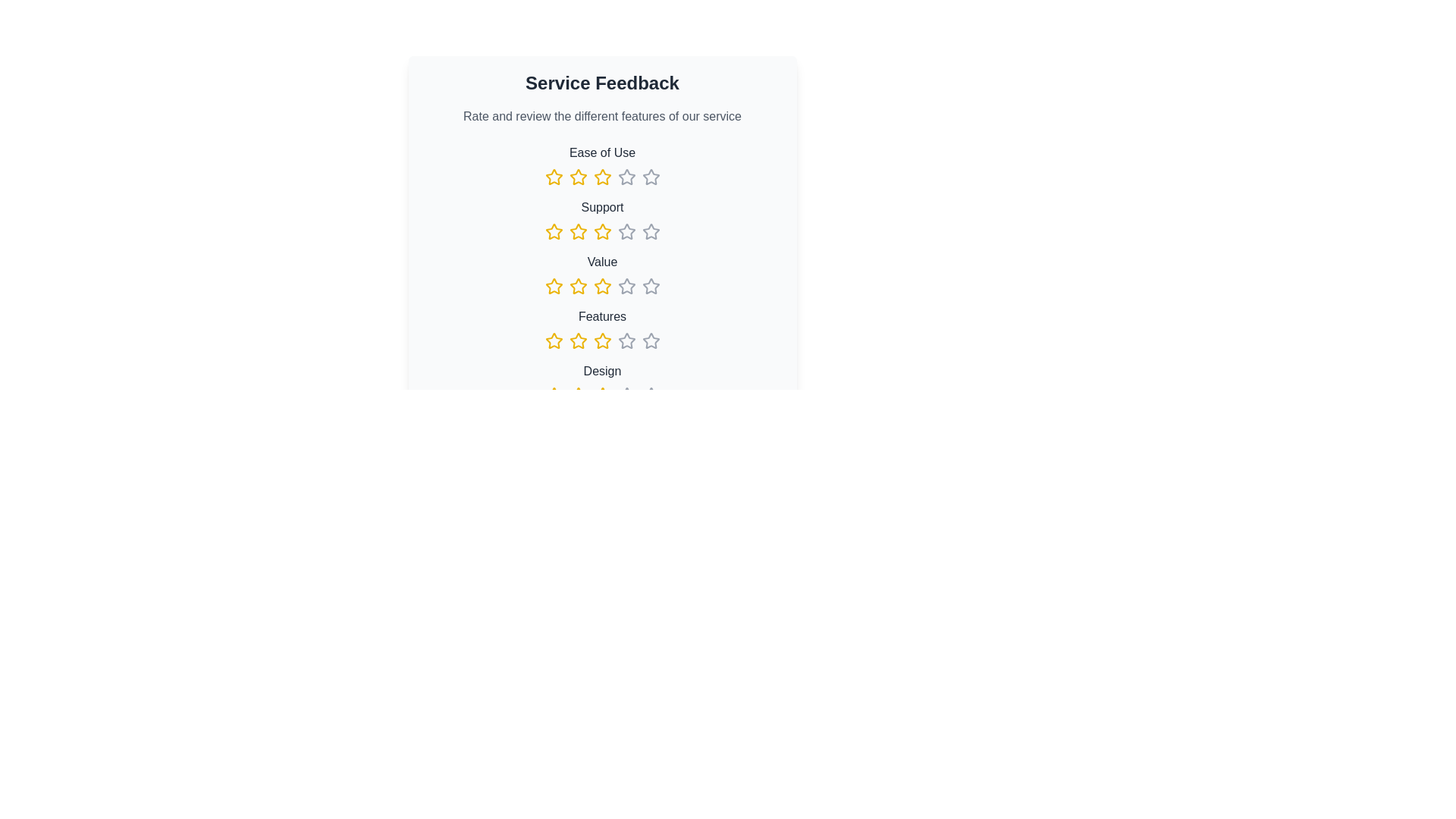  I want to click on the fourth SVG star icon in the rating component, so click(651, 176).